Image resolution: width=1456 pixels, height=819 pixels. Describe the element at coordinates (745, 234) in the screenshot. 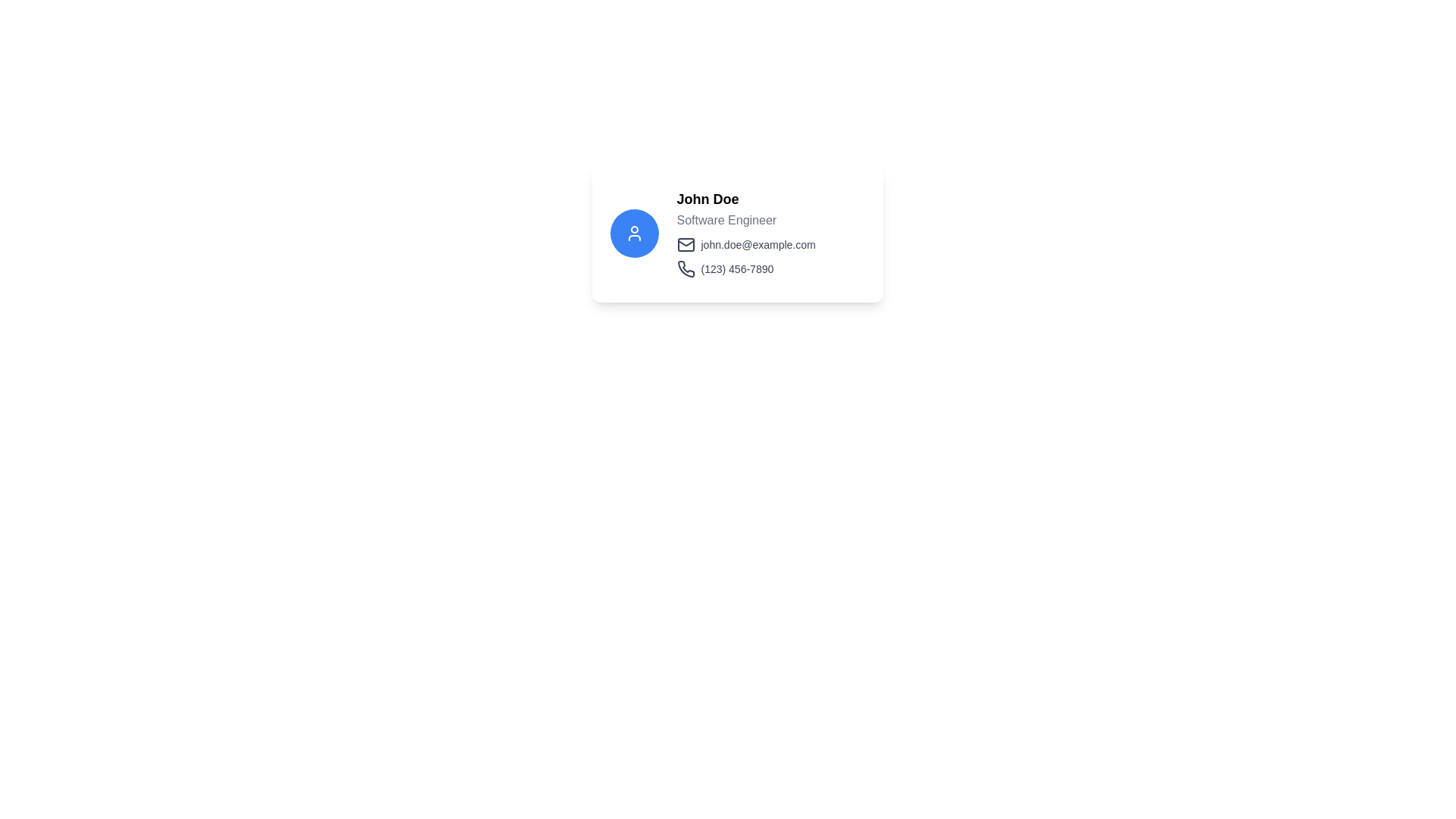

I see `the text display element containing personal information, including name, designation, email, and phone number with icons` at that location.